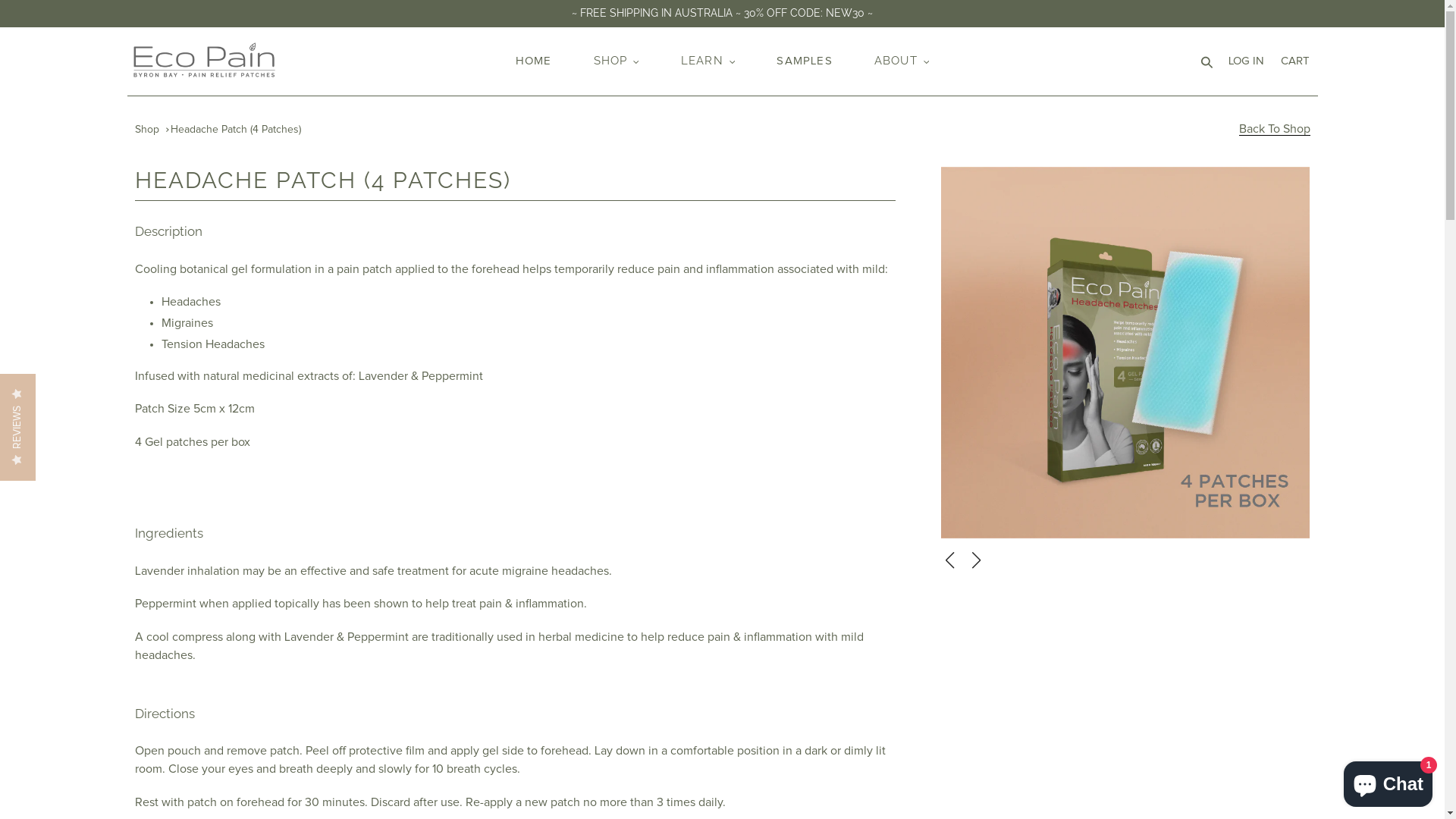  Describe the element at coordinates (1388, 780) in the screenshot. I see `'Shopify online store chat'` at that location.